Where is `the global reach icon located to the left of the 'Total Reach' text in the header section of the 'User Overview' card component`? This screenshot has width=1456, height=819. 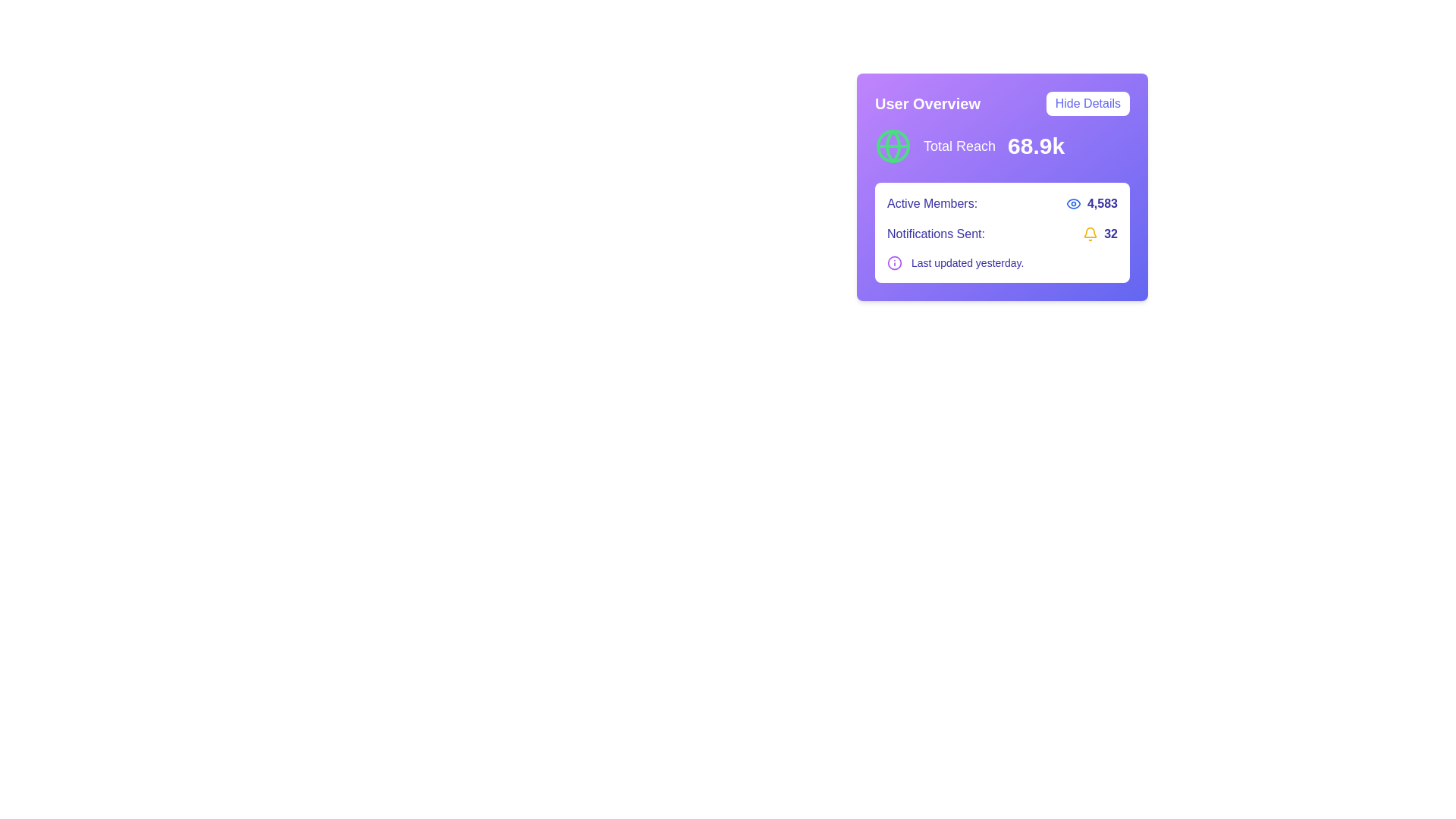 the global reach icon located to the left of the 'Total Reach' text in the header section of the 'User Overview' card component is located at coordinates (893, 146).